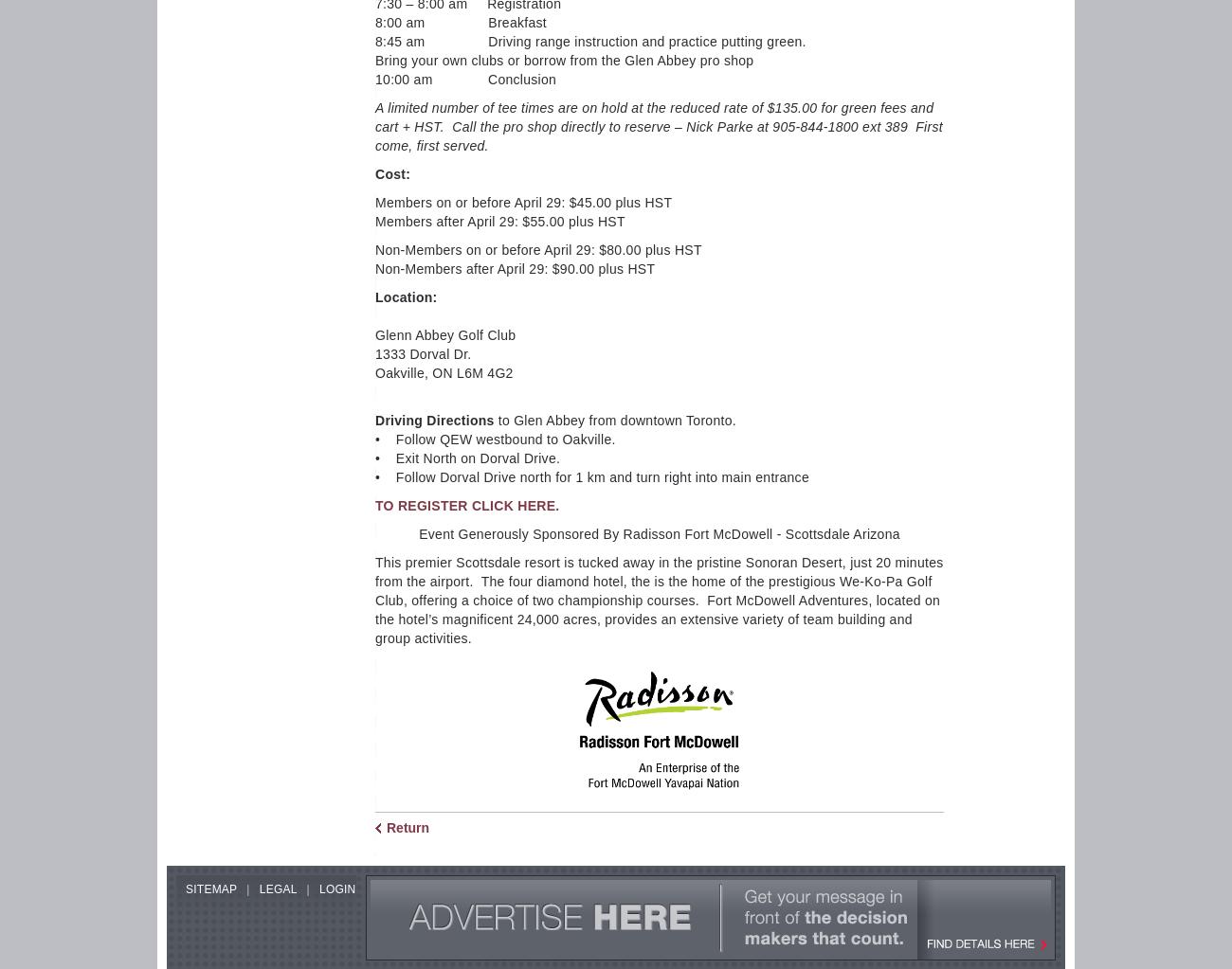  What do you see at coordinates (443, 371) in the screenshot?
I see `'Oakville, ON L6M 4G2'` at bounding box center [443, 371].